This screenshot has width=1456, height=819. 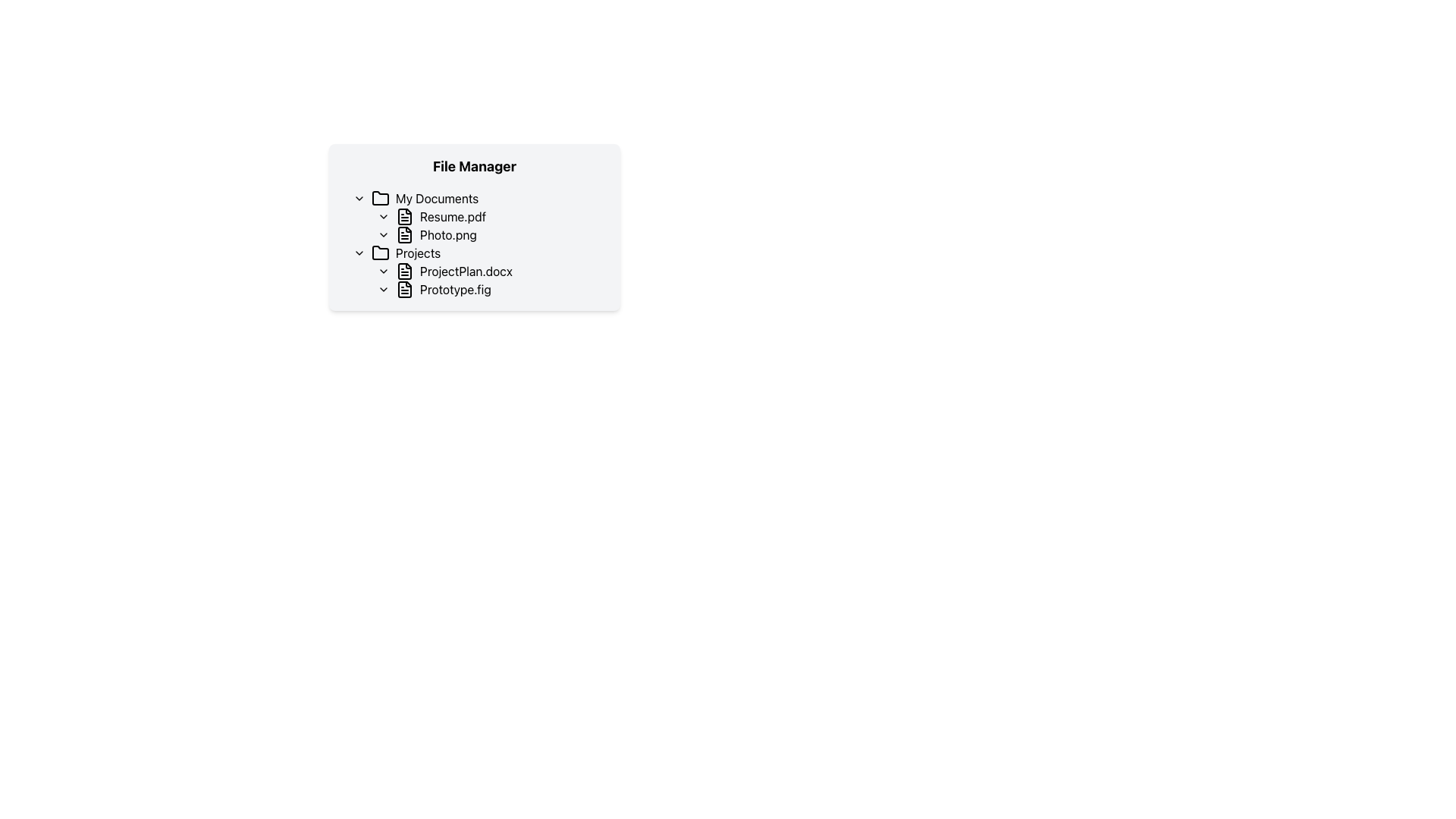 I want to click on the decorative icon representing the 'Resume.pdf' file type, so click(x=404, y=216).